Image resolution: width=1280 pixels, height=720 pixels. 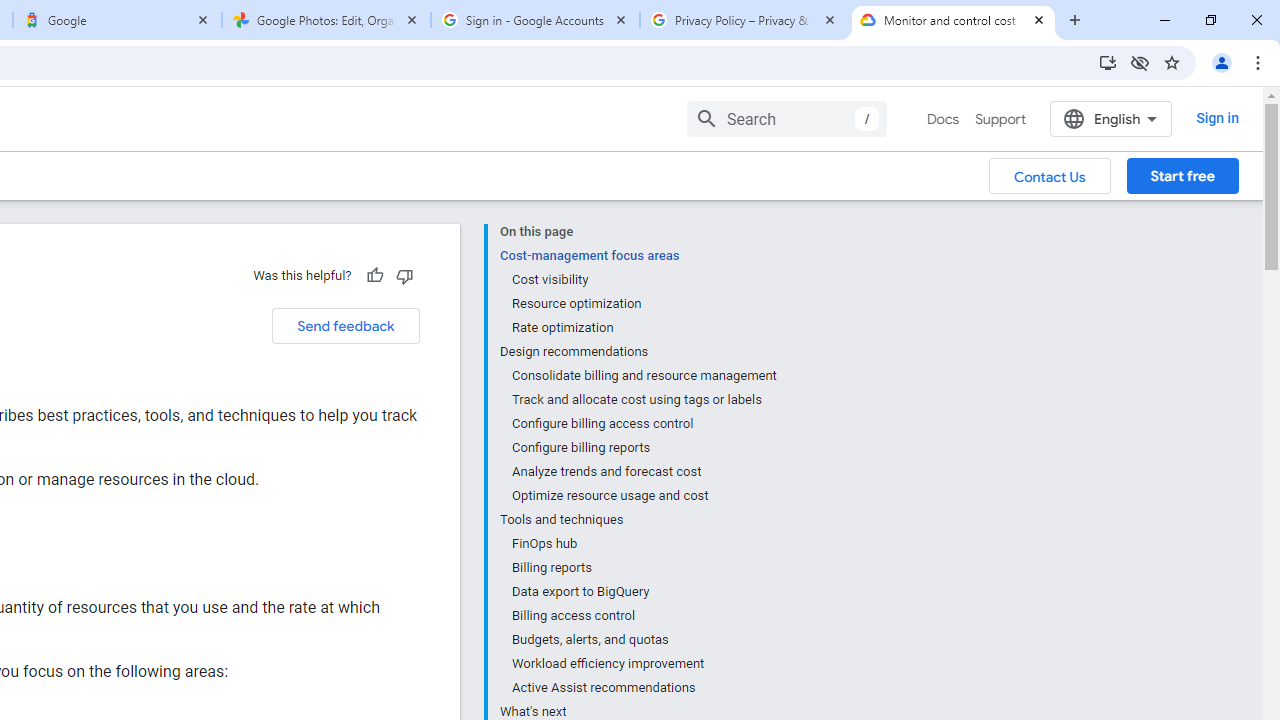 What do you see at coordinates (345, 325) in the screenshot?
I see `'Send feedback'` at bounding box center [345, 325].